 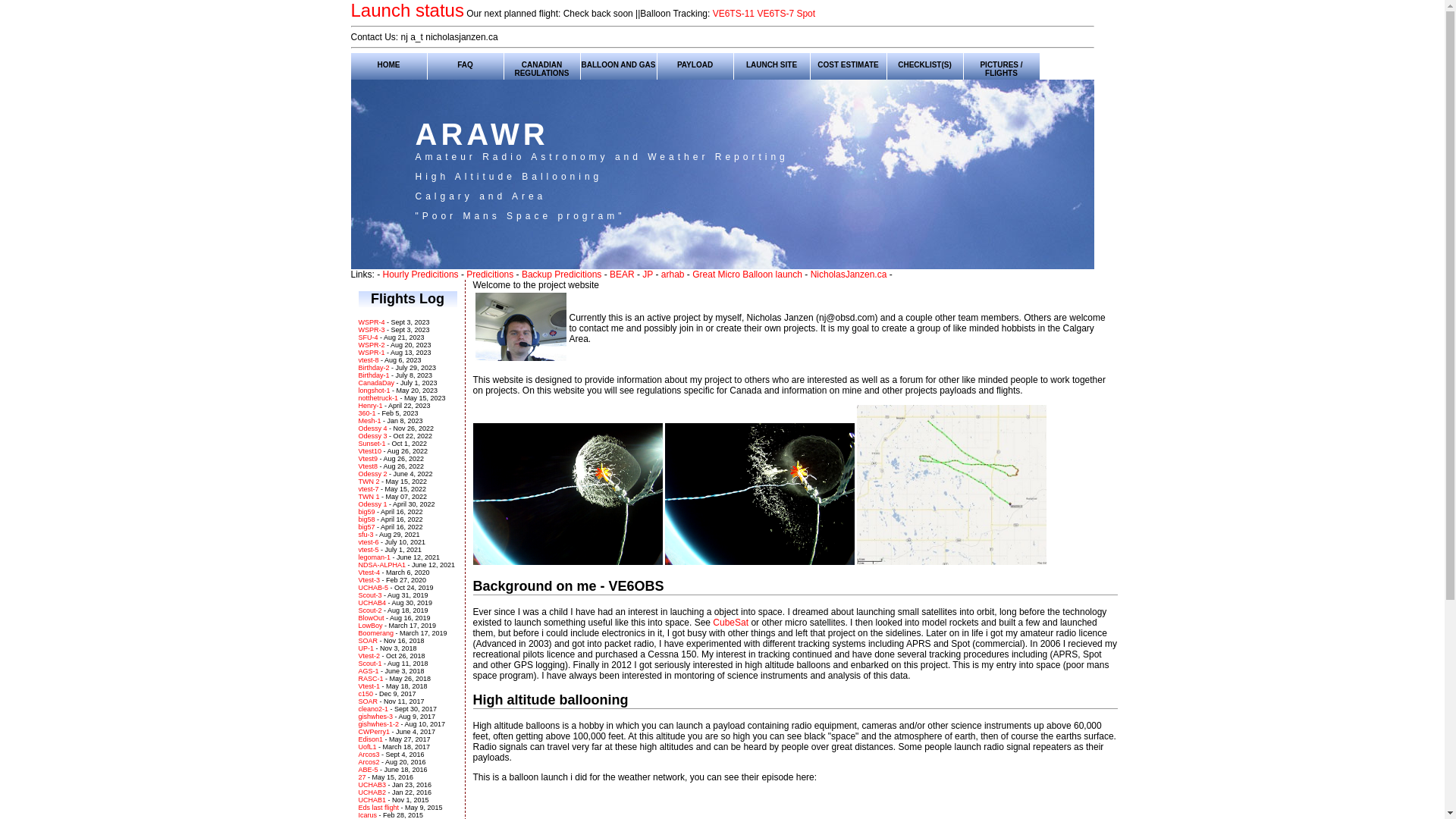 What do you see at coordinates (367, 458) in the screenshot?
I see `'Vtest9'` at bounding box center [367, 458].